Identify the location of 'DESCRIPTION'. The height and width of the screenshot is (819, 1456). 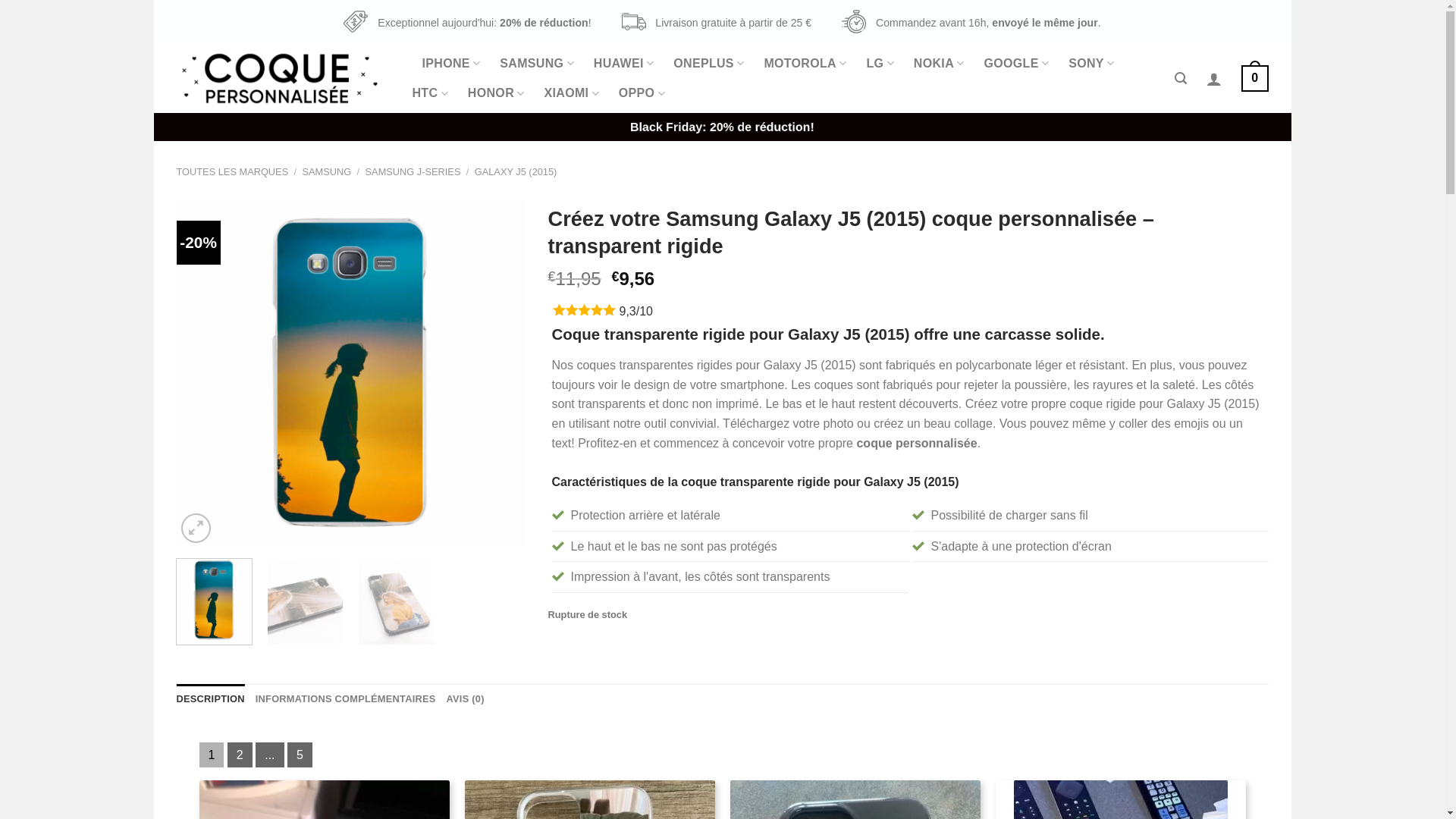
(209, 698).